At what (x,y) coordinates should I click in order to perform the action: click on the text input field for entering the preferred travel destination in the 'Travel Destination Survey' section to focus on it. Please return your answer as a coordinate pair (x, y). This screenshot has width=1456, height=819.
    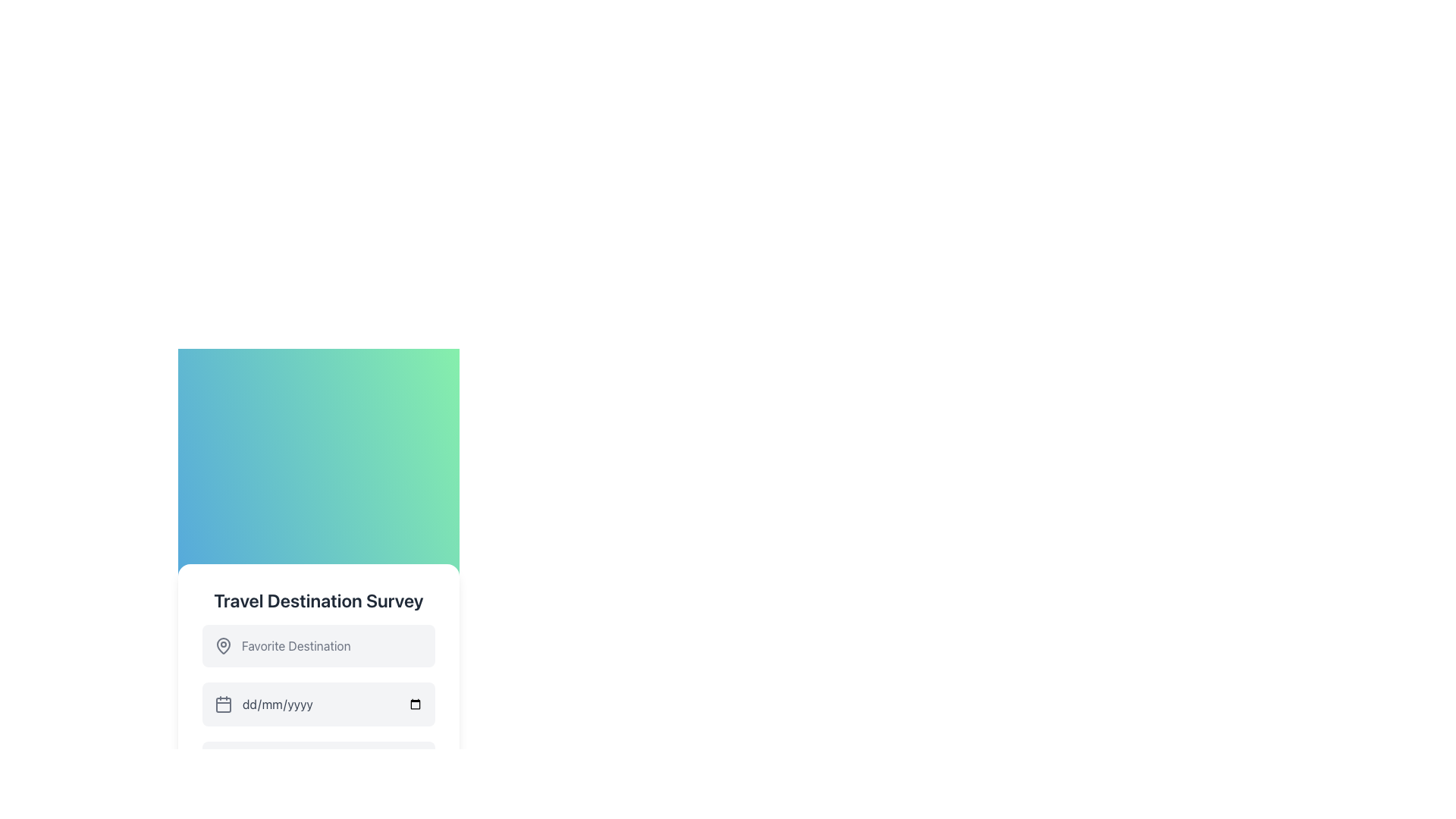
    Looking at the image, I should click on (318, 646).